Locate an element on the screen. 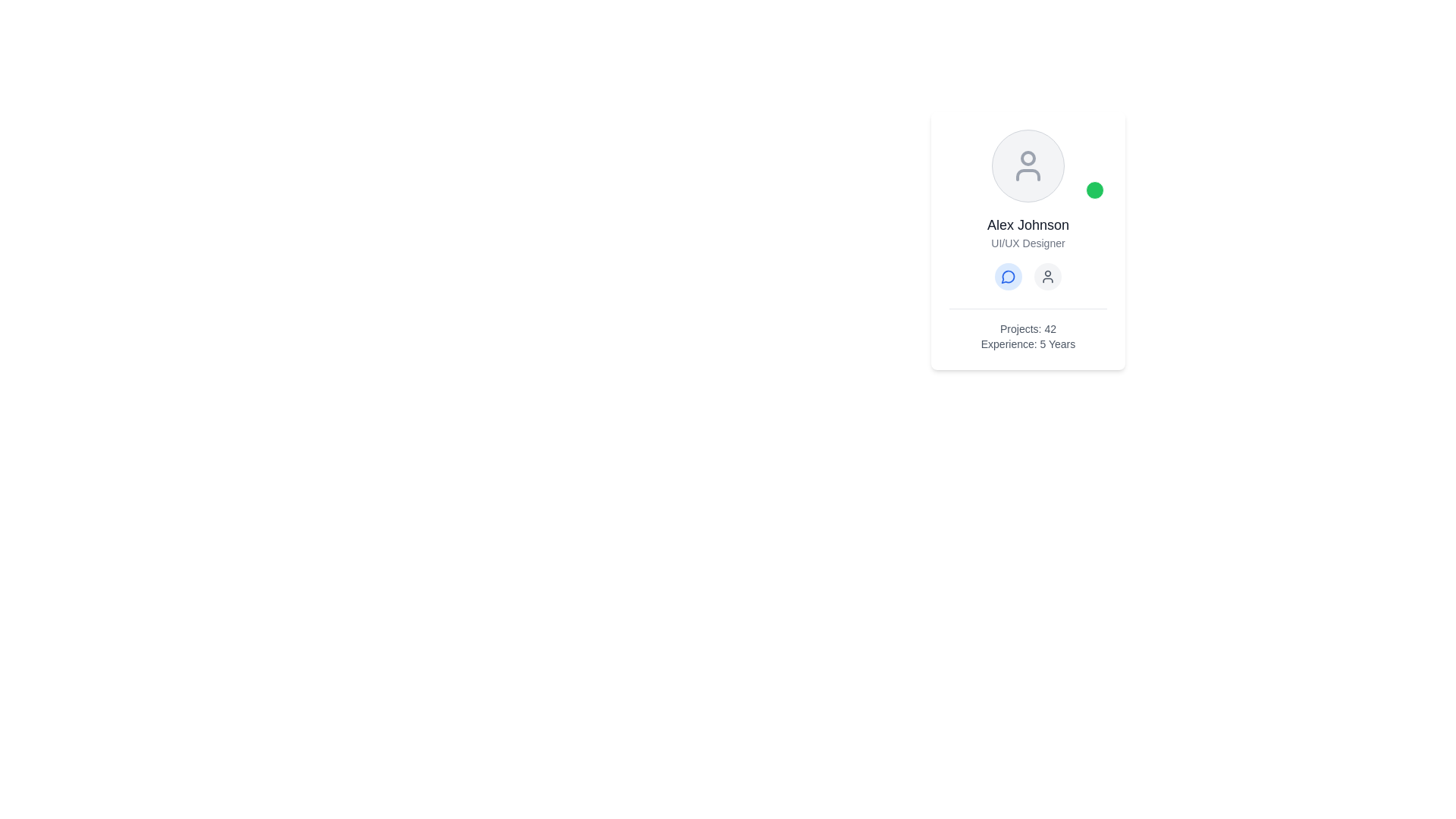  the circular graphic representing the user profile icon at the top-center of the user profile card interface is located at coordinates (1028, 158).